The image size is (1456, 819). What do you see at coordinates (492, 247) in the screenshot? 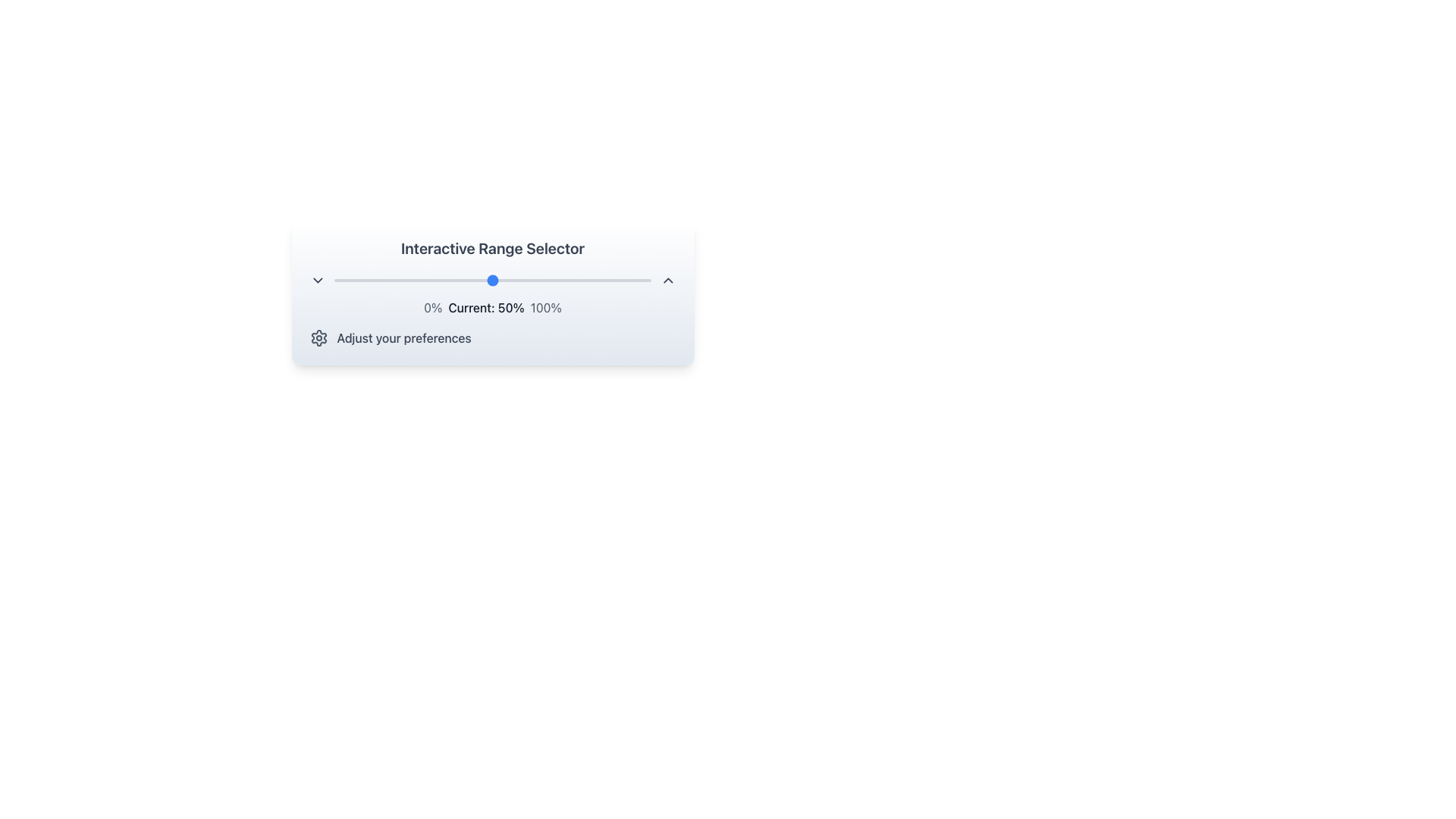
I see `the bold grayish text header displaying 'Interactive Range Selector' at the top of the card interface` at bounding box center [492, 247].